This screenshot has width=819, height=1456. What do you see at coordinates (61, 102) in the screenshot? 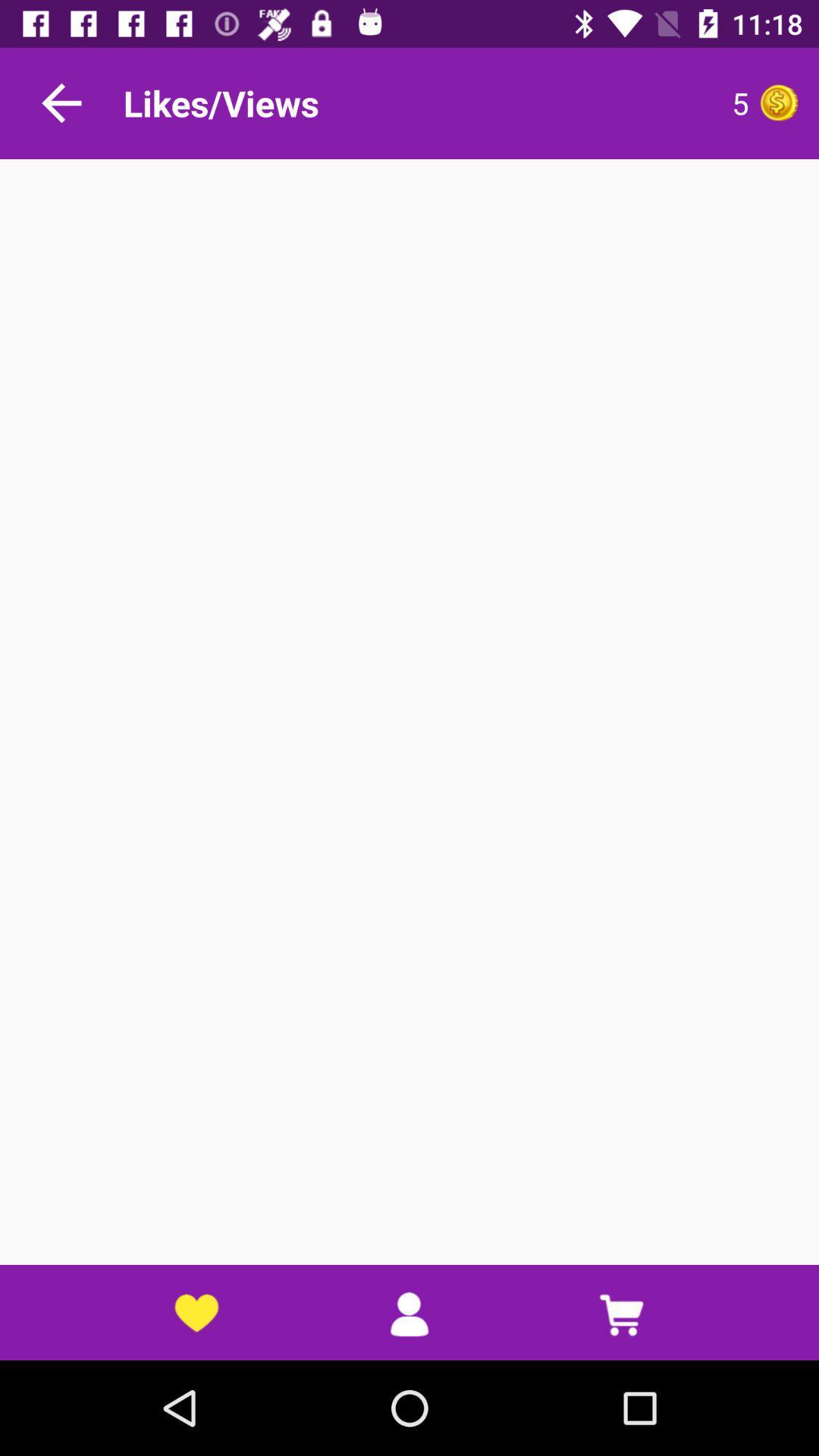
I see `go back` at bounding box center [61, 102].